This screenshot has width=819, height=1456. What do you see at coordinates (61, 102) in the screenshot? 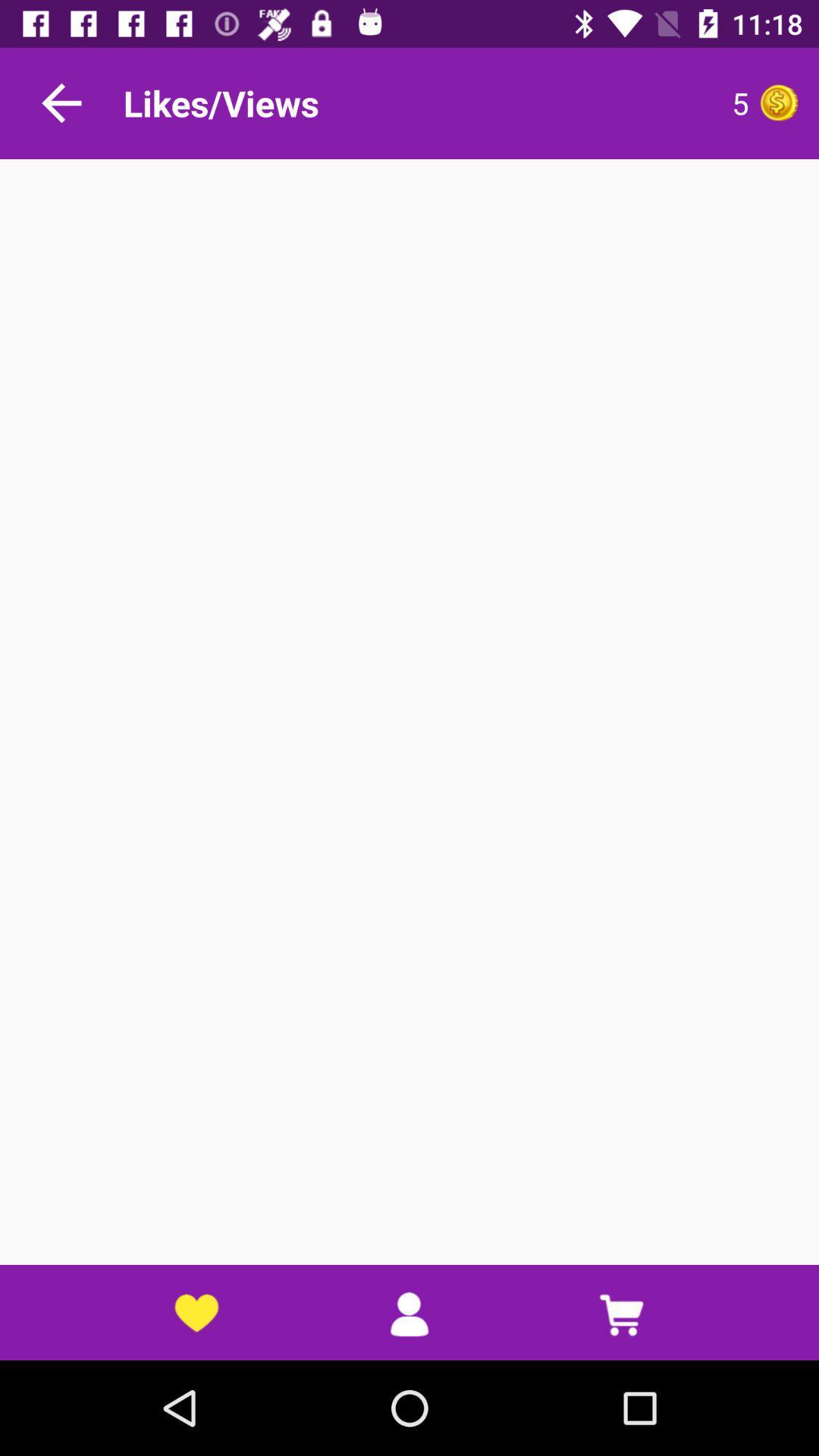
I see `go back` at bounding box center [61, 102].